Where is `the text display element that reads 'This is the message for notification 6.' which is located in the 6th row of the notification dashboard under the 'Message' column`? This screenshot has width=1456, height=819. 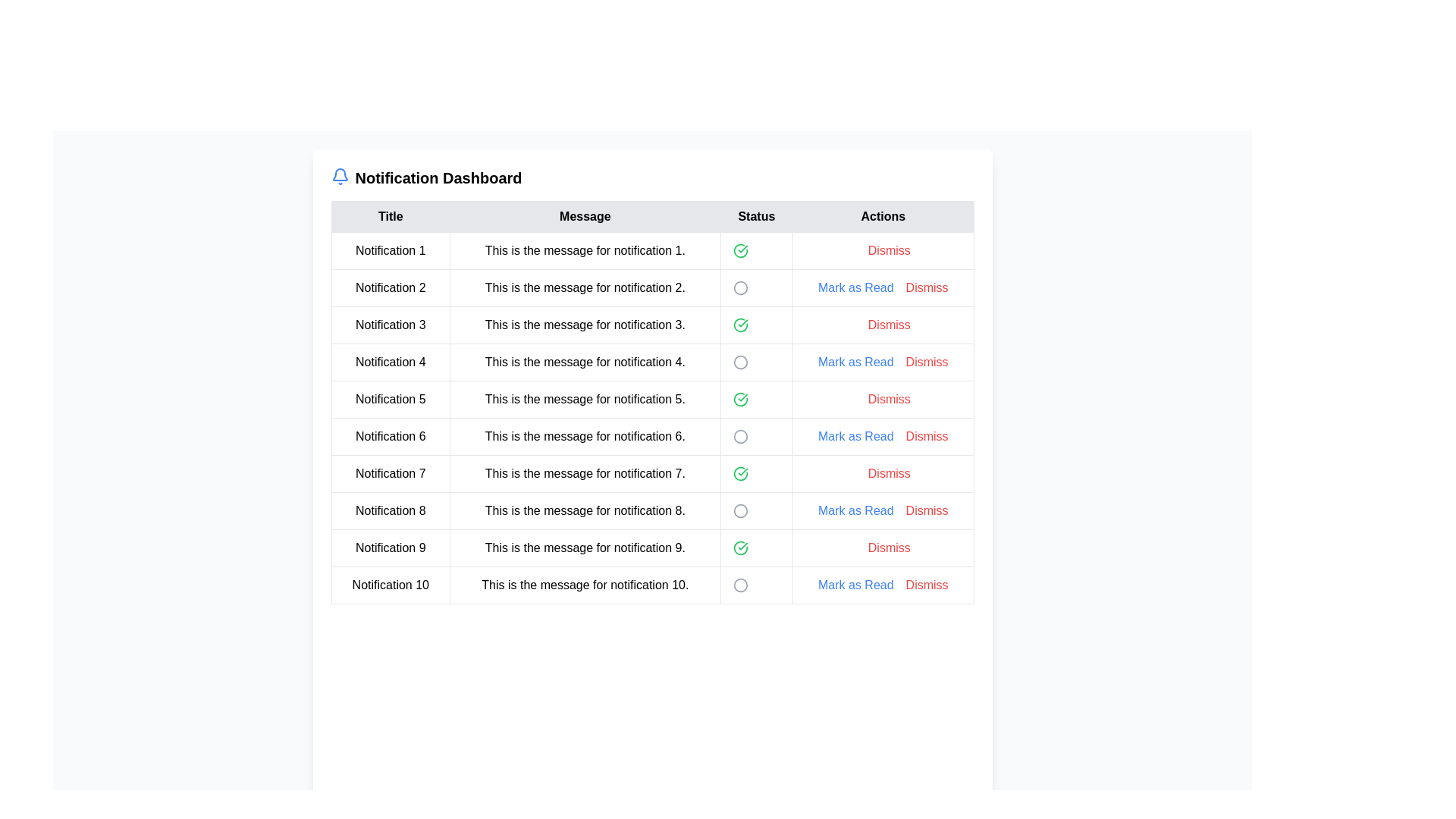
the text display element that reads 'This is the message for notification 6.' which is located in the 6th row of the notification dashboard under the 'Message' column is located at coordinates (584, 436).